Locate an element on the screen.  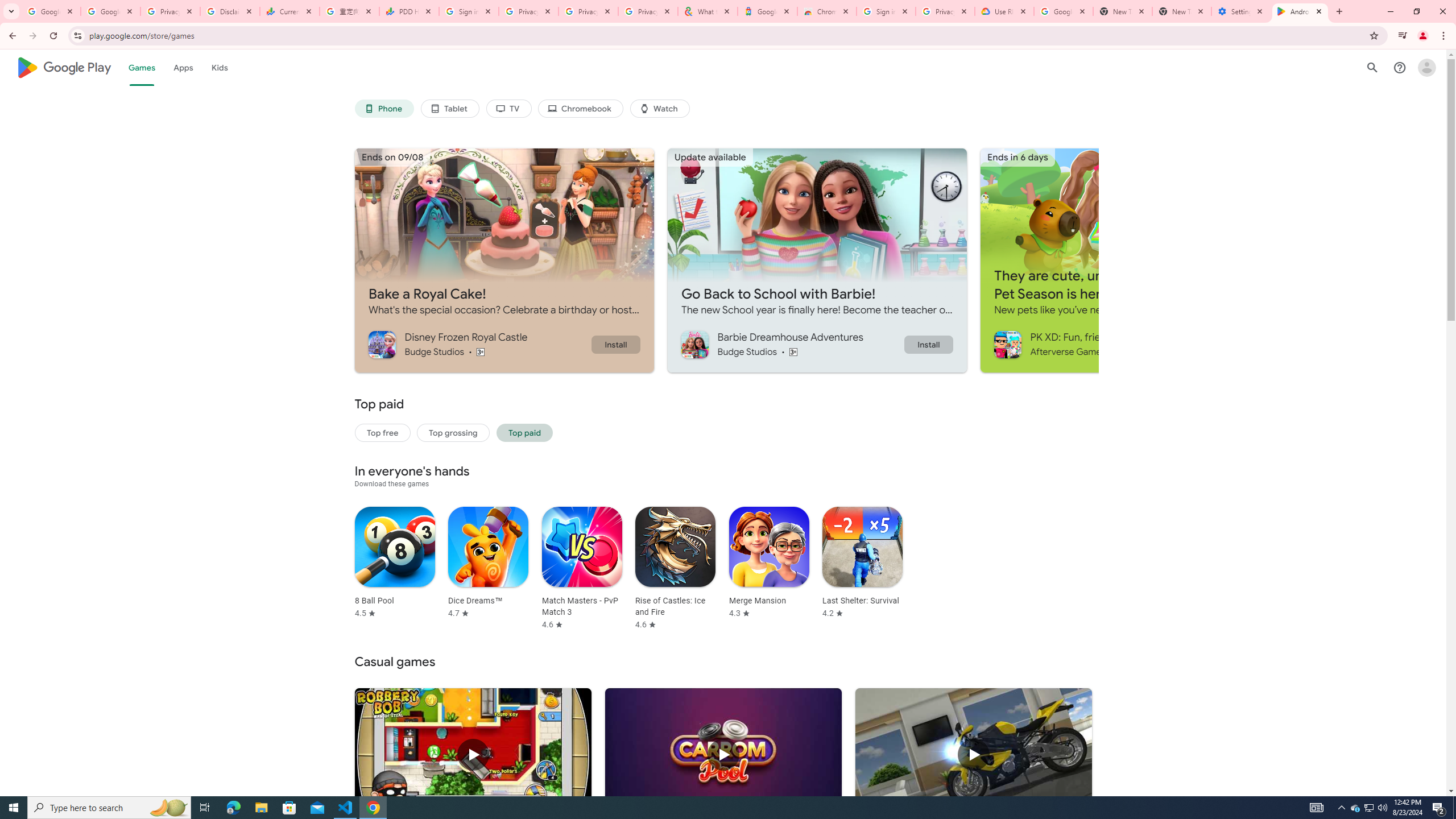
'Last Shelter: Survival Rated 4.2 stars out of five stars' is located at coordinates (862, 562).